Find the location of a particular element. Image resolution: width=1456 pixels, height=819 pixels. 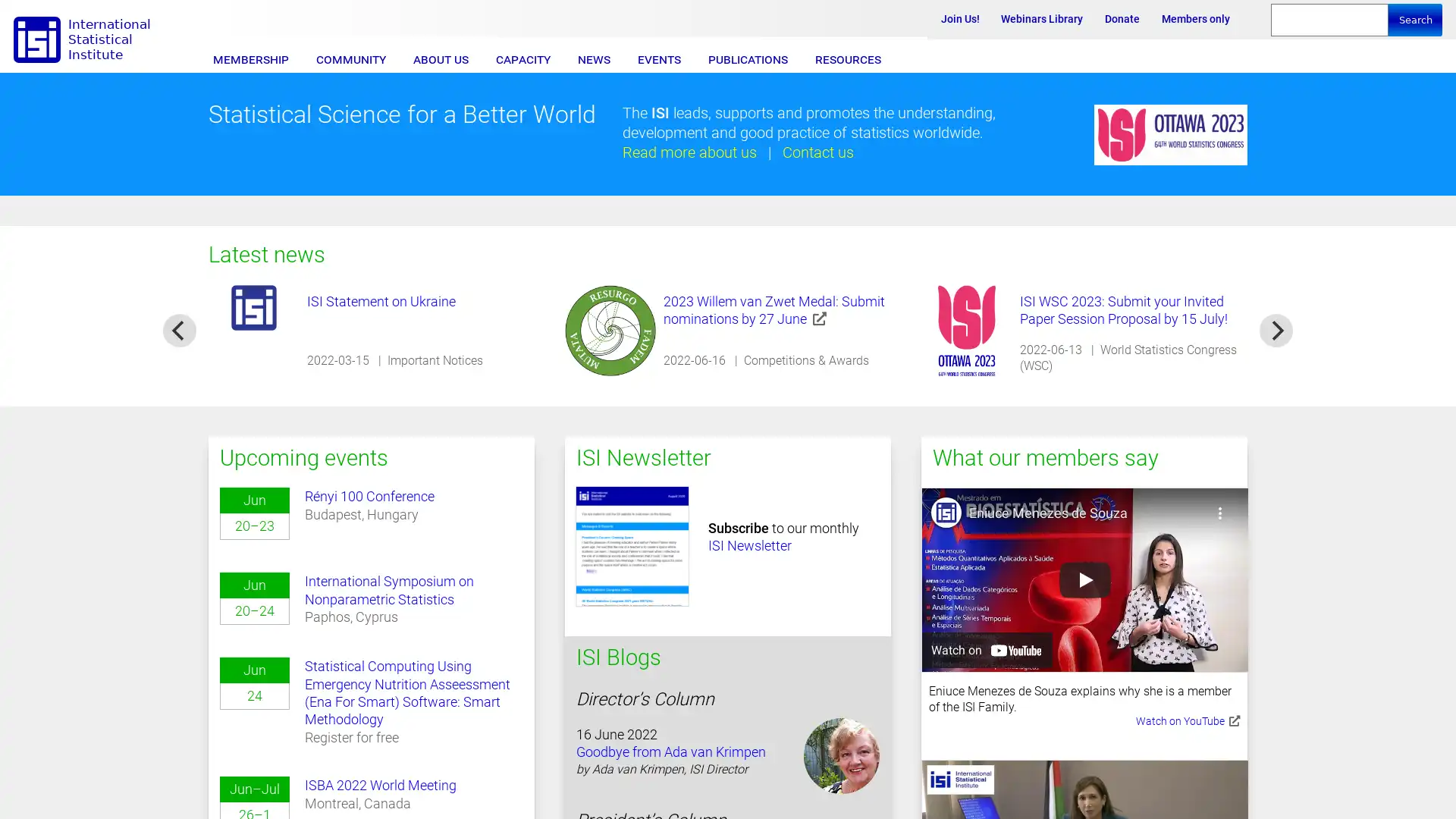

Search is located at coordinates (1414, 20).